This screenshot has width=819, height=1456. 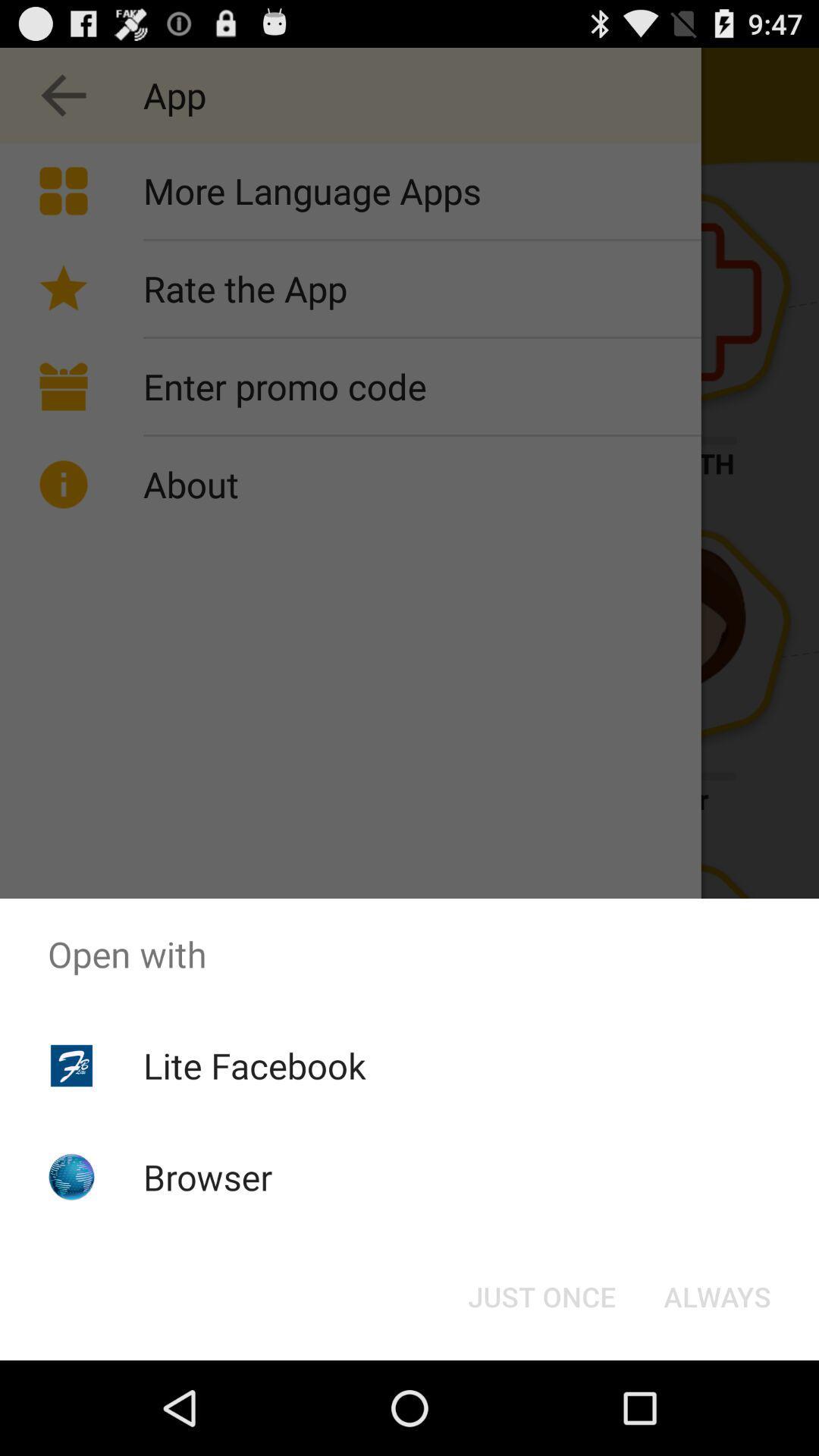 I want to click on lite facebook item, so click(x=253, y=1065).